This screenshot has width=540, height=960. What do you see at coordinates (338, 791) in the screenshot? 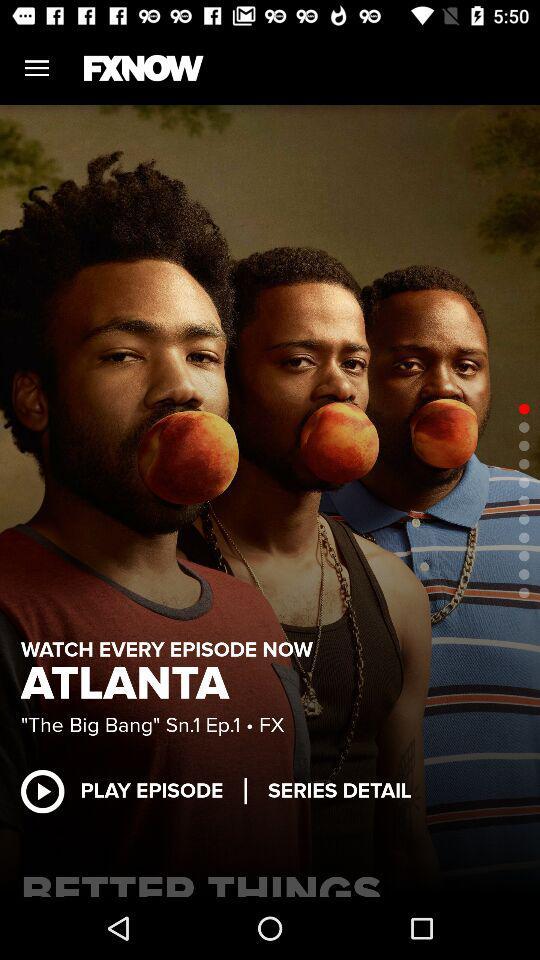
I see `series detail item` at bounding box center [338, 791].